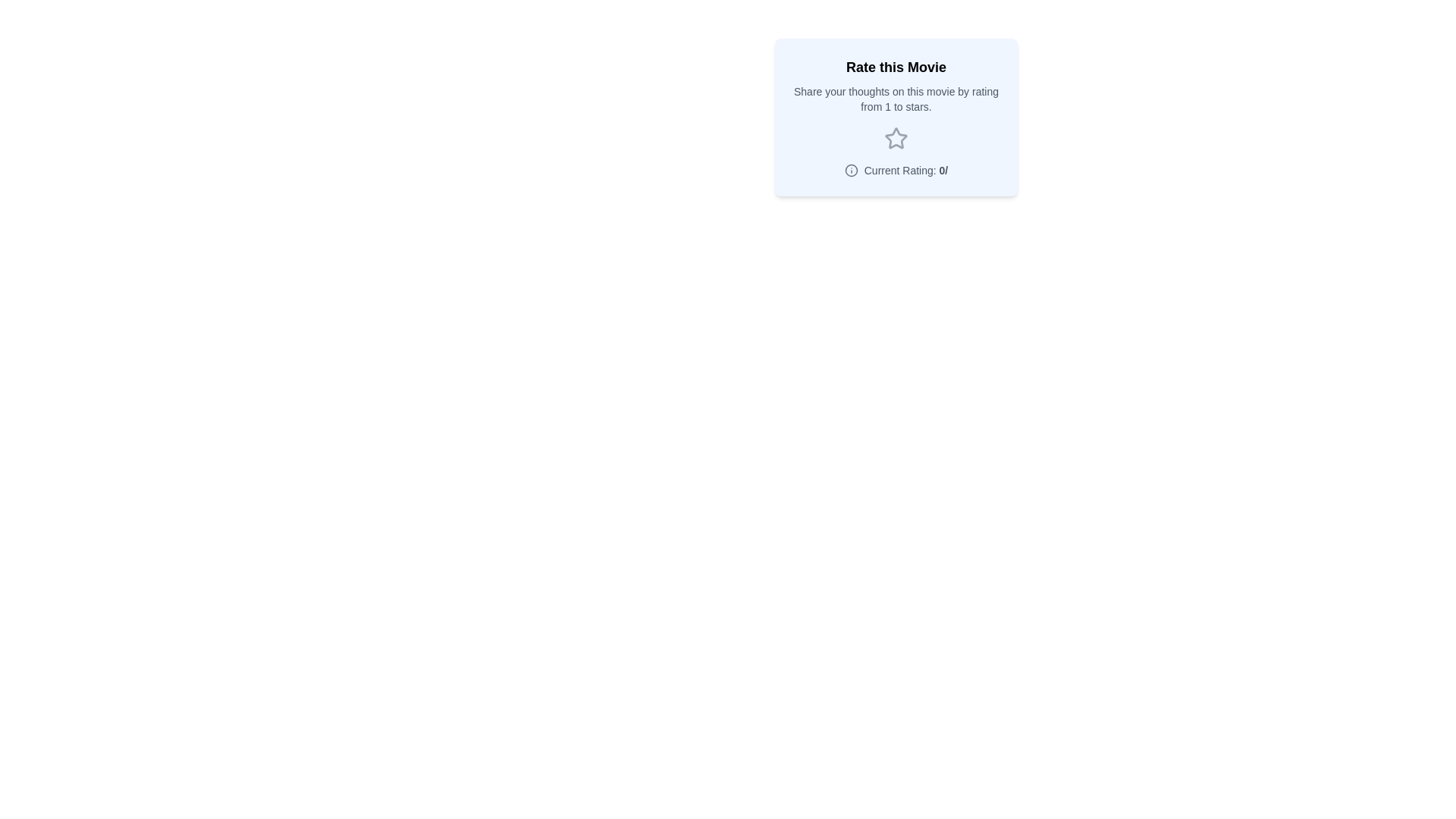 The width and height of the screenshot is (1456, 819). Describe the element at coordinates (896, 85) in the screenshot. I see `informative text block titled 'Rate this Movie' that provides a description for rating the movie` at that location.